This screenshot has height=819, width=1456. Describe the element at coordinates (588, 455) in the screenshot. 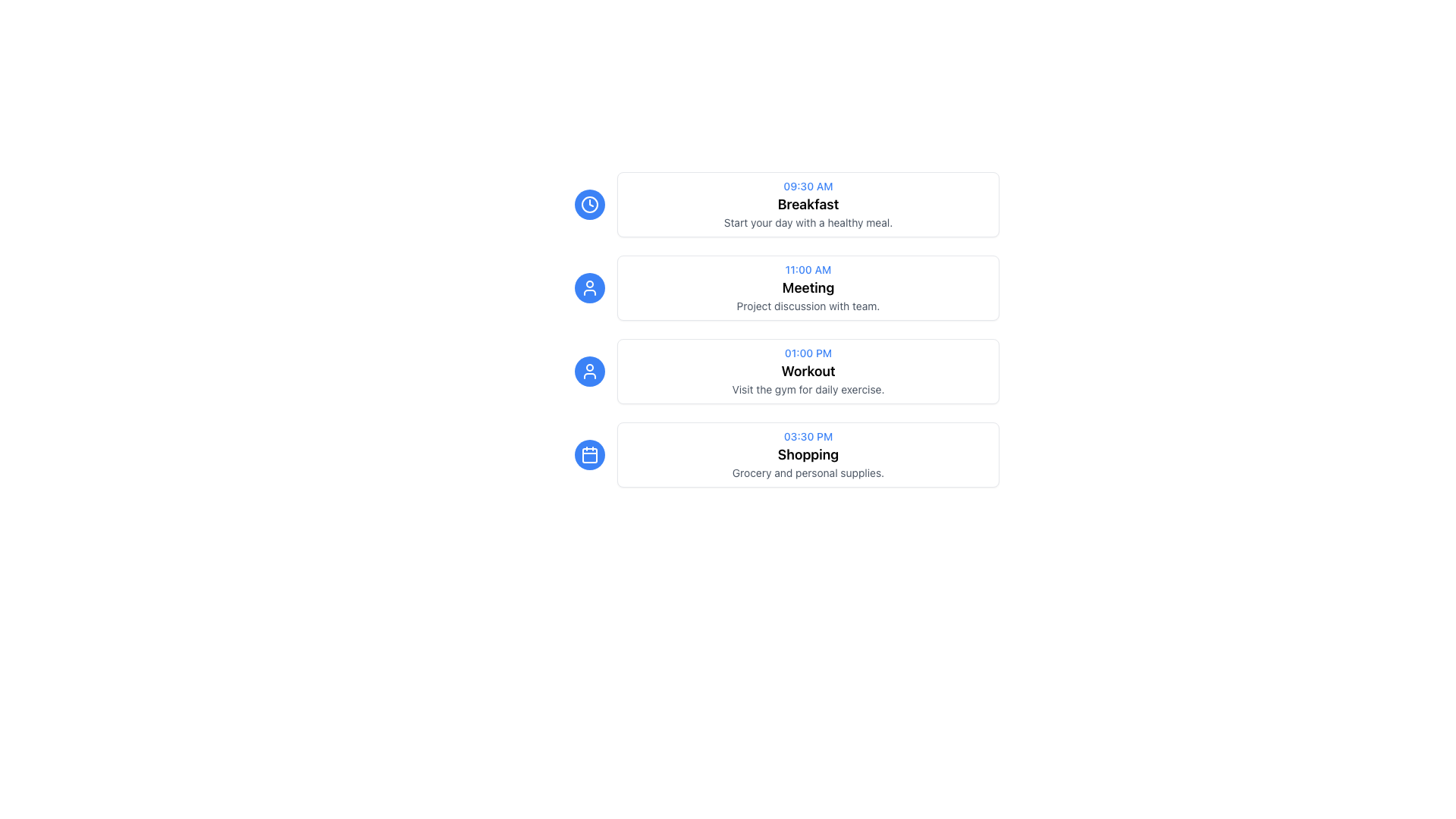

I see `the calendar icon that signifies the 3:30 PM 'Shopping' event, which is the last in a vertical sequence of icons on the left of scheduled events` at that location.